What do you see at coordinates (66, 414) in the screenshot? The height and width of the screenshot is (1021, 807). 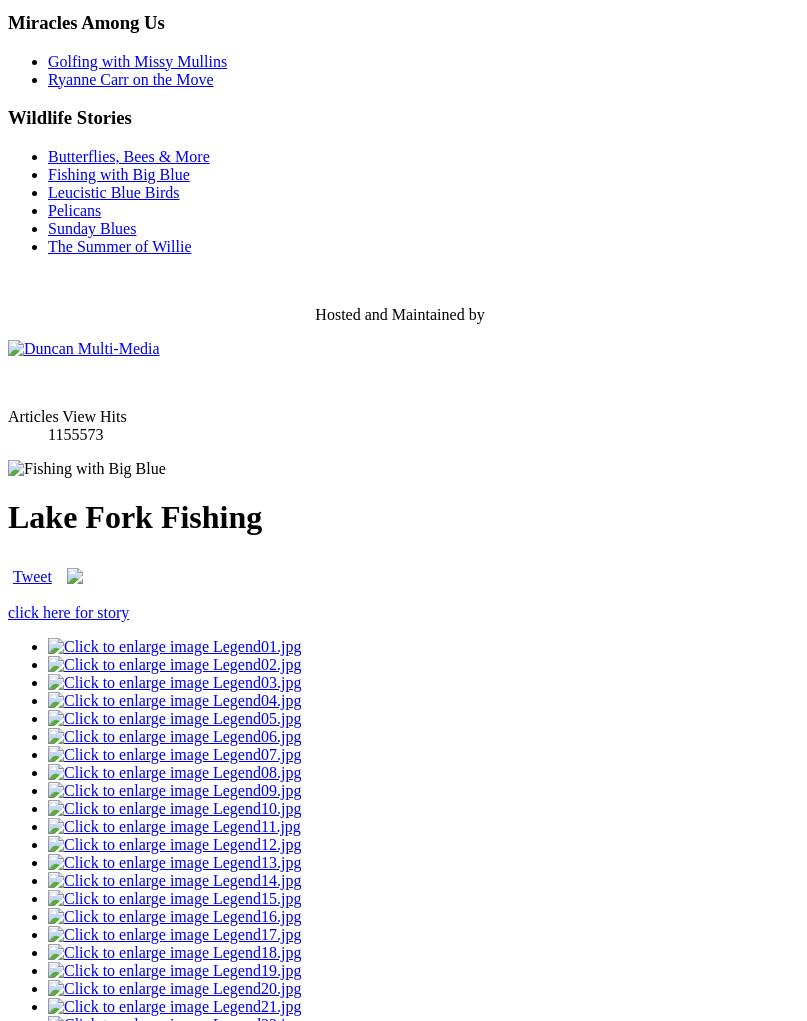 I see `'Articles View Hits'` at bounding box center [66, 414].